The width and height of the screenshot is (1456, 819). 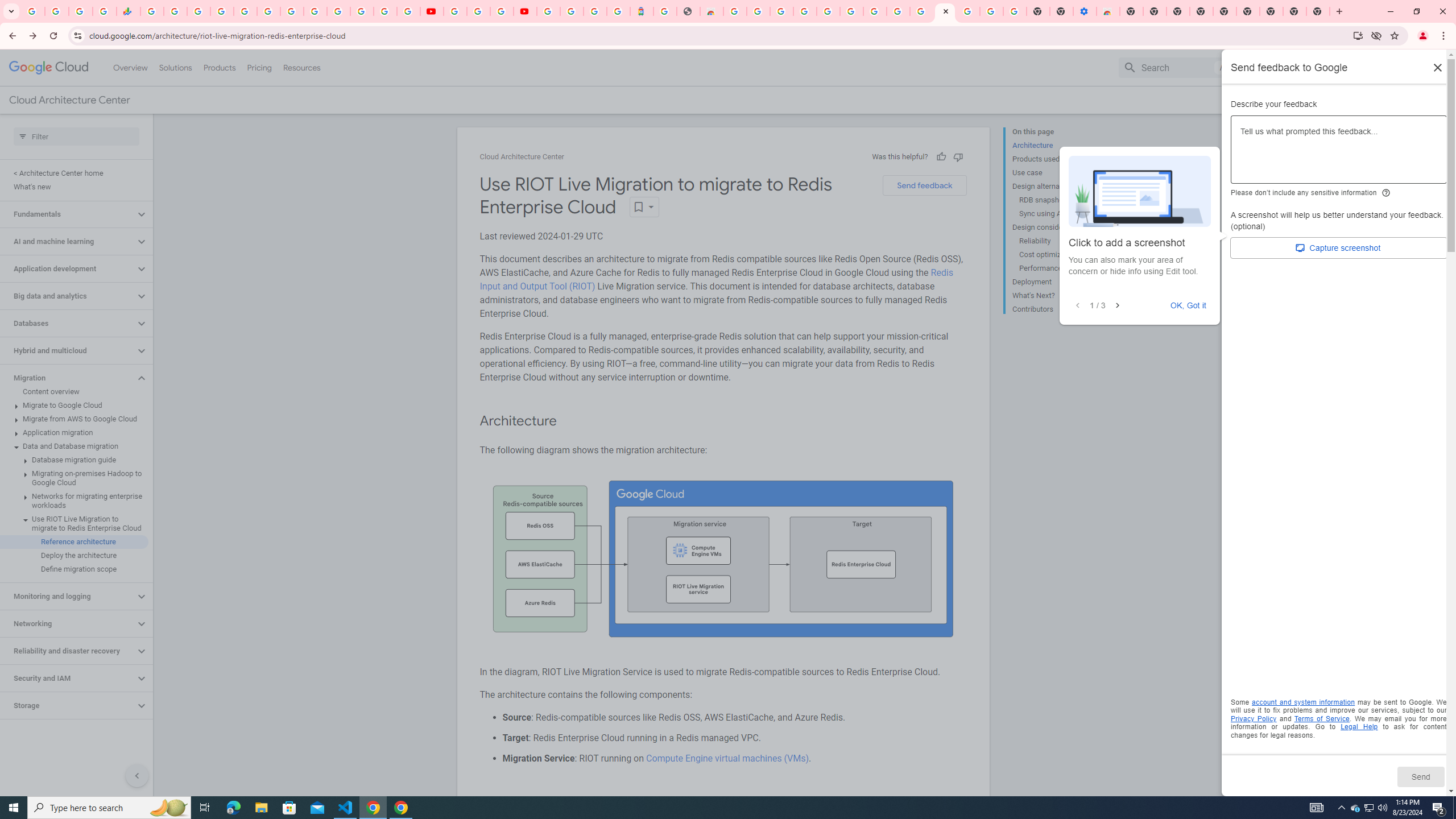 What do you see at coordinates (1058, 226) in the screenshot?
I see `'Design considerations'` at bounding box center [1058, 226].